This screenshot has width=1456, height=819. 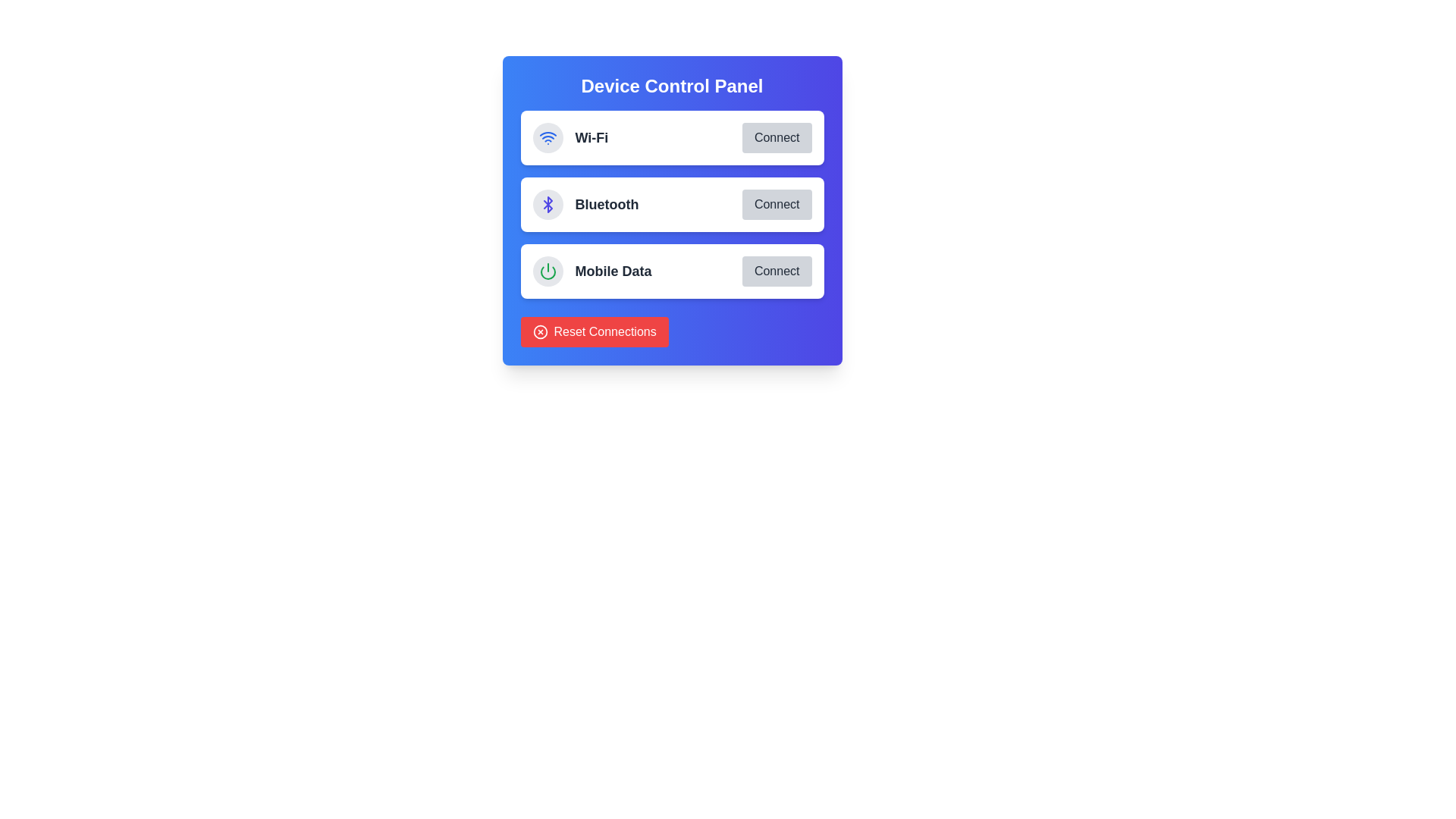 I want to click on the Bluetooth icon, which is the second button from the top in a vertical stack of three options, represented by a rounded rectangular area with a gray background and aligned with the 'Bluetooth' label, so click(x=547, y=205).